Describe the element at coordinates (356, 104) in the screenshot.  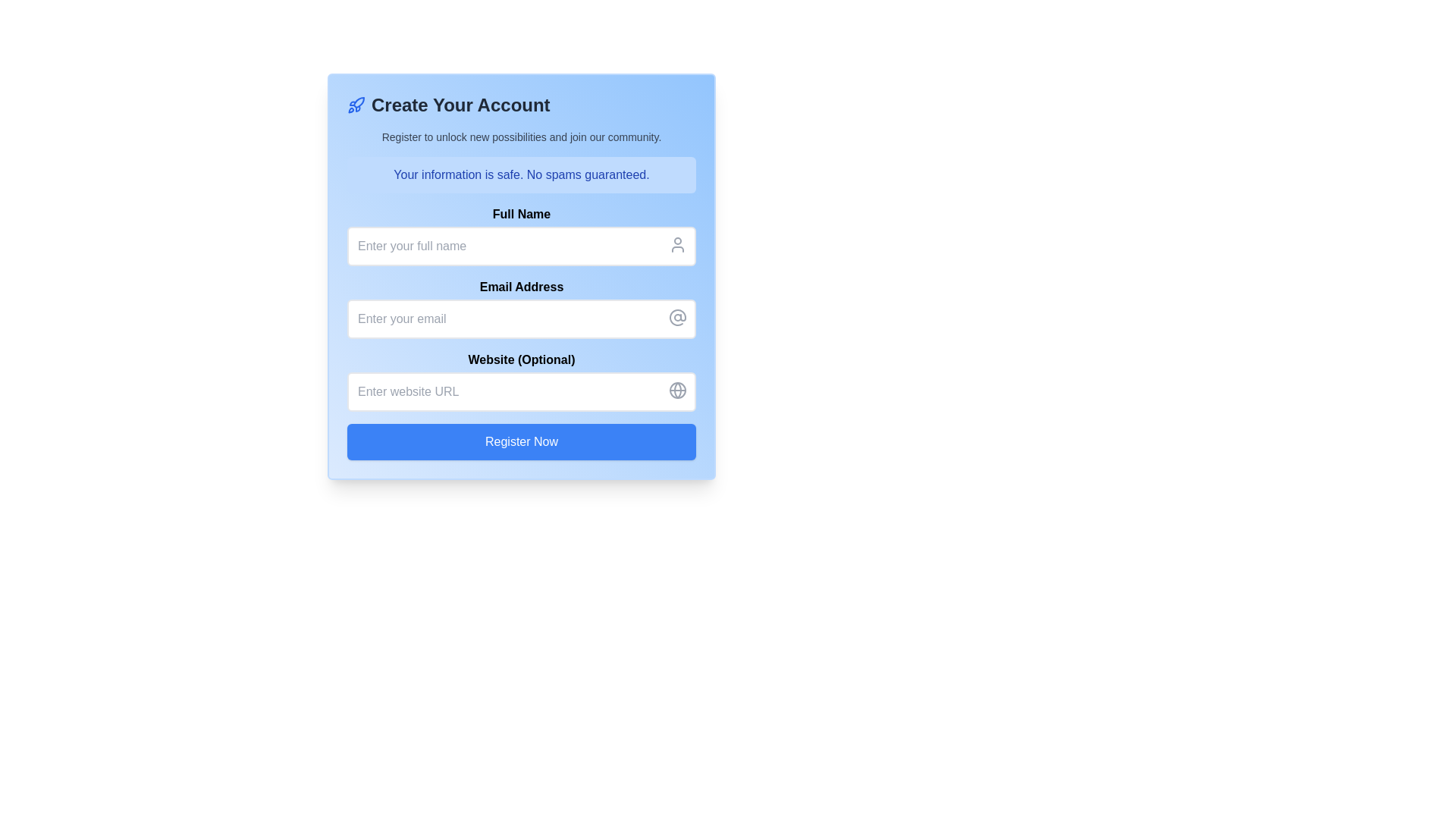
I see `the rocket icon located to the left of the 'Create Your Account' text in the upper left corner of the registration form header` at that location.